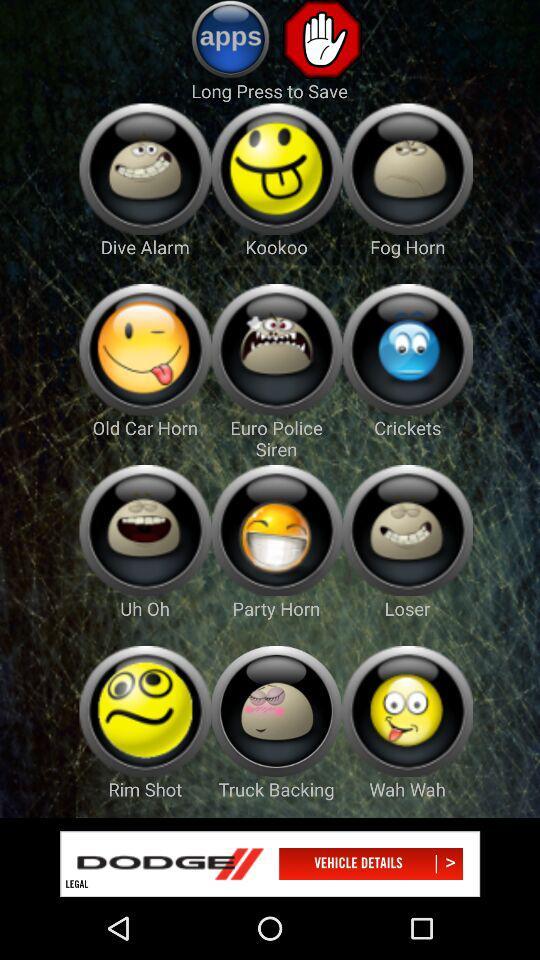 The height and width of the screenshot is (960, 540). I want to click on the 3rd emoji from the 3rd row, so click(406, 529).